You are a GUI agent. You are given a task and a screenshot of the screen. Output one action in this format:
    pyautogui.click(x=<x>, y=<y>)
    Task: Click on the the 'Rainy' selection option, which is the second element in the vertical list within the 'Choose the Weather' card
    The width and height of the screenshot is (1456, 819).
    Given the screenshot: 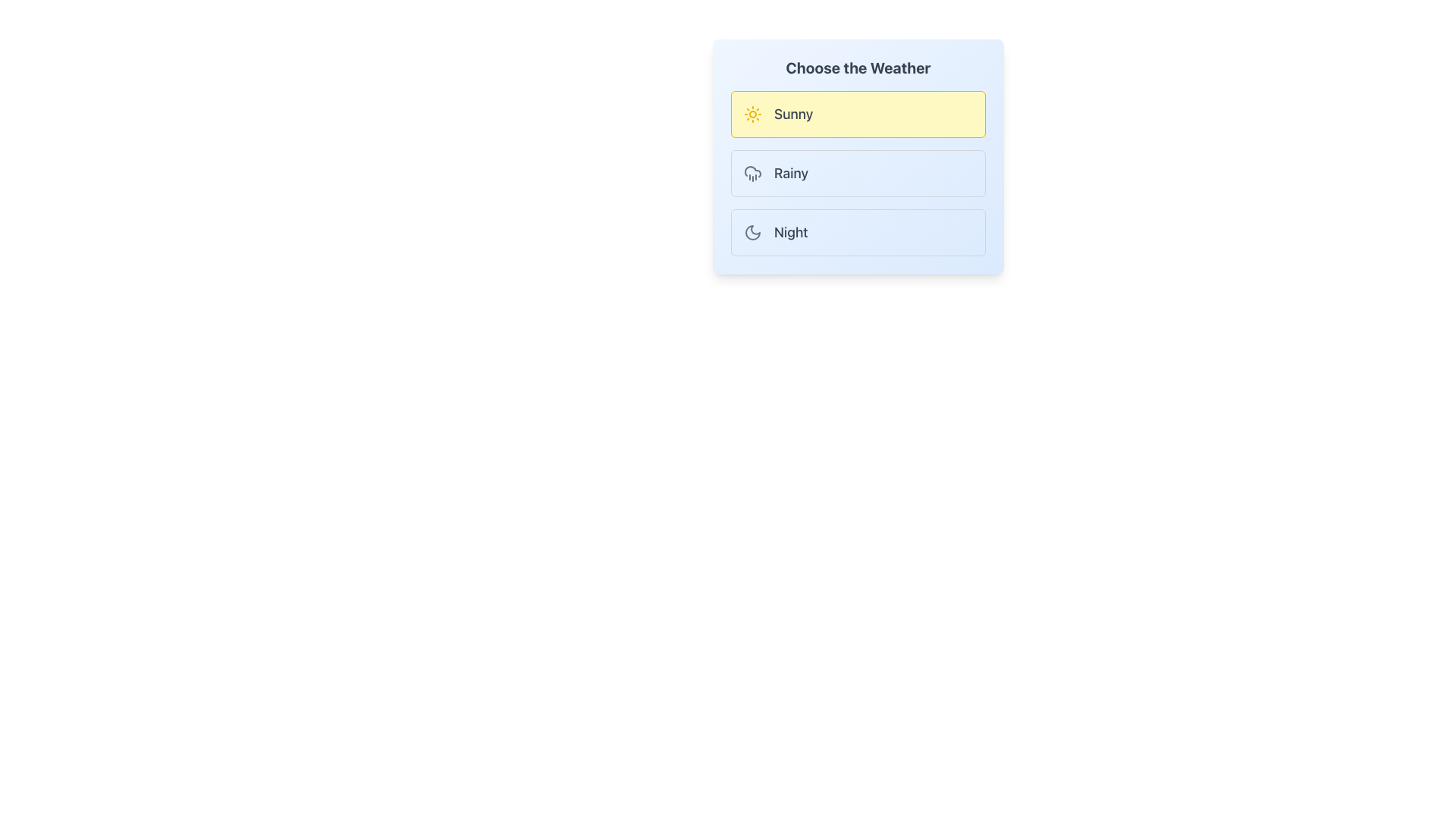 What is the action you would take?
    pyautogui.click(x=858, y=157)
    